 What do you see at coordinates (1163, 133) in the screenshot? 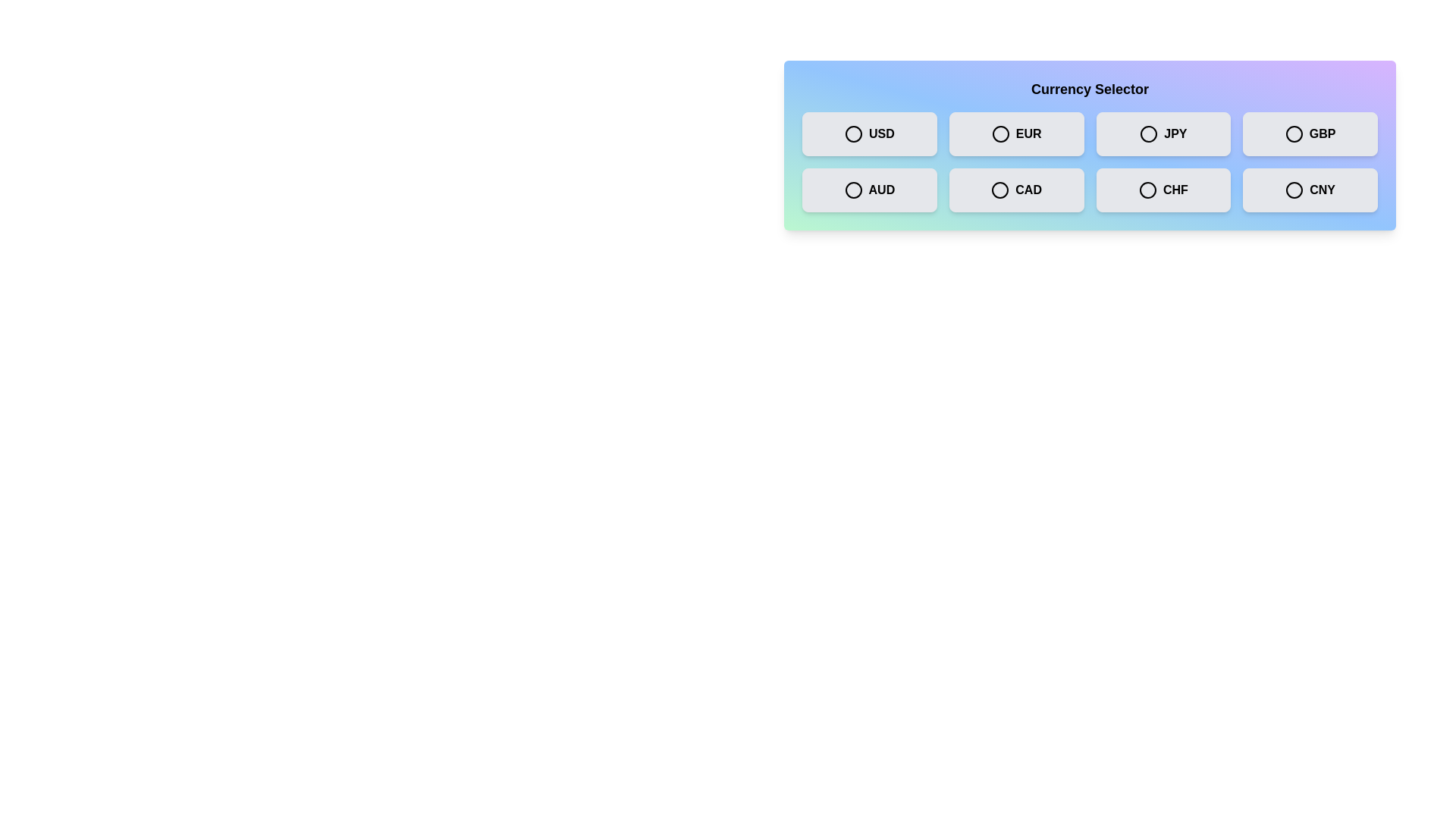
I see `the currency JPY by clicking on its respective button` at bounding box center [1163, 133].